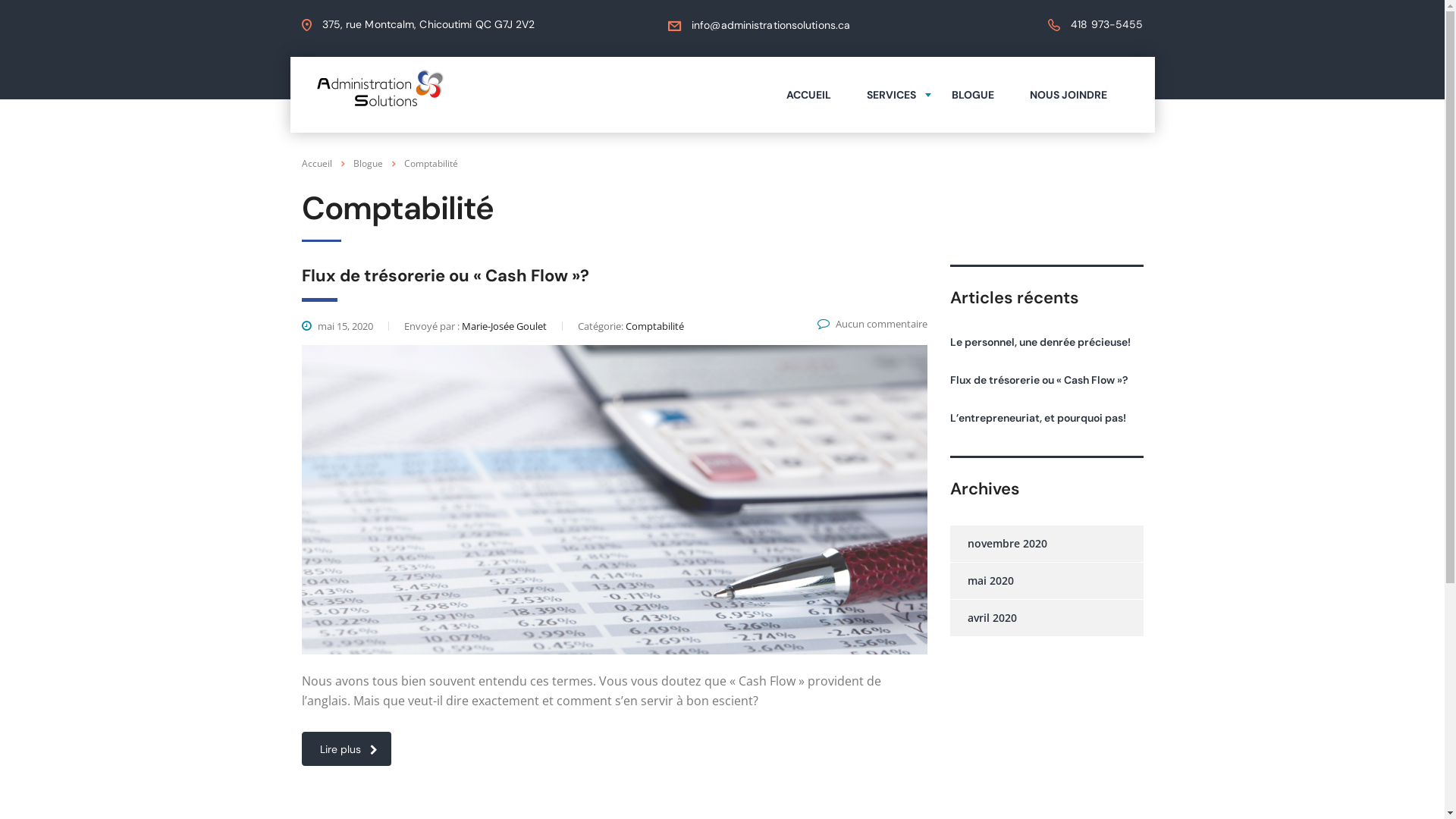 Image resolution: width=1456 pixels, height=819 pixels. Describe the element at coordinates (848, 94) in the screenshot. I see `'SERVICES'` at that location.